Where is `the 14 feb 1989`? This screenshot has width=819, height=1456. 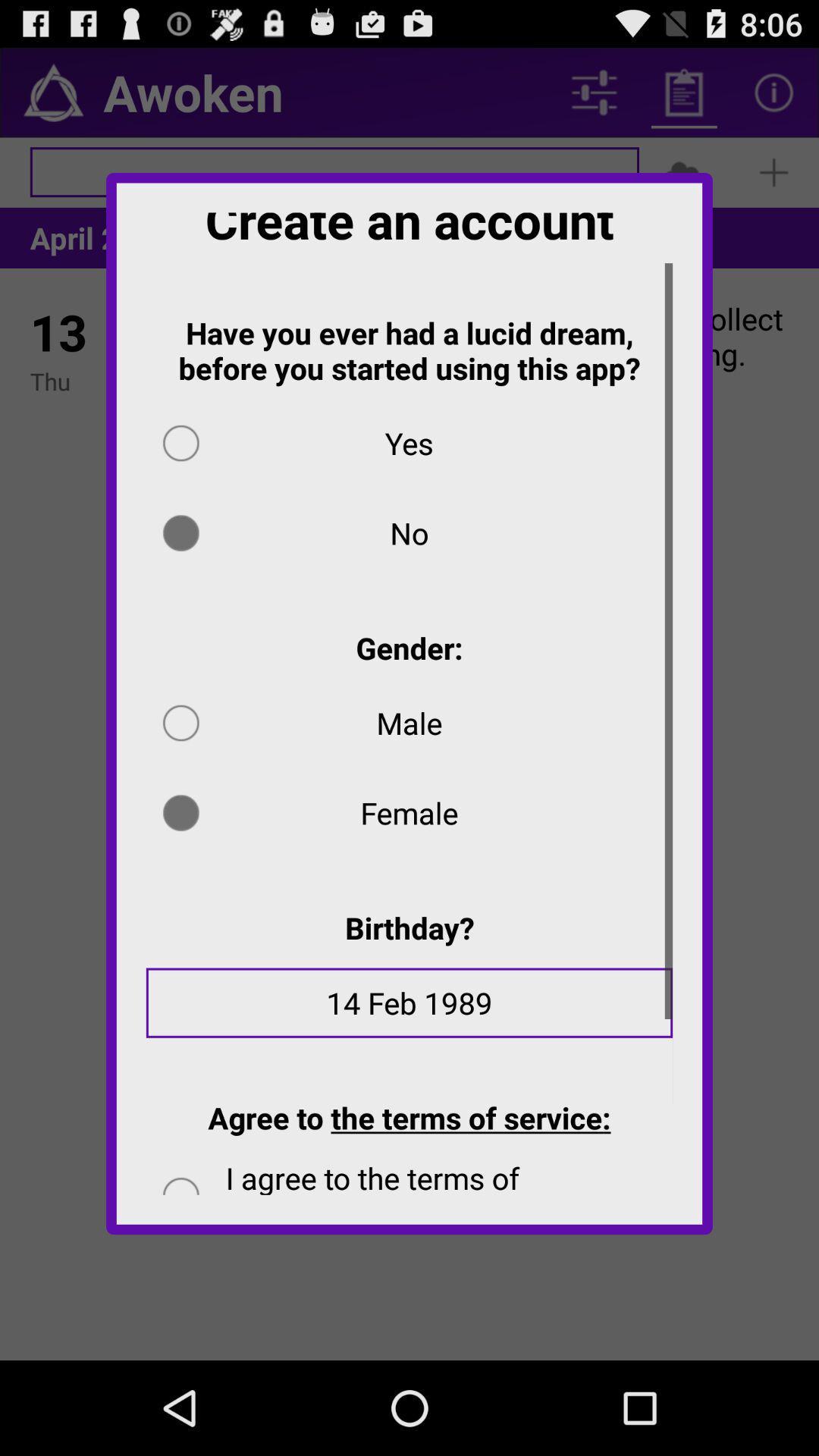 the 14 feb 1989 is located at coordinates (409, 1013).